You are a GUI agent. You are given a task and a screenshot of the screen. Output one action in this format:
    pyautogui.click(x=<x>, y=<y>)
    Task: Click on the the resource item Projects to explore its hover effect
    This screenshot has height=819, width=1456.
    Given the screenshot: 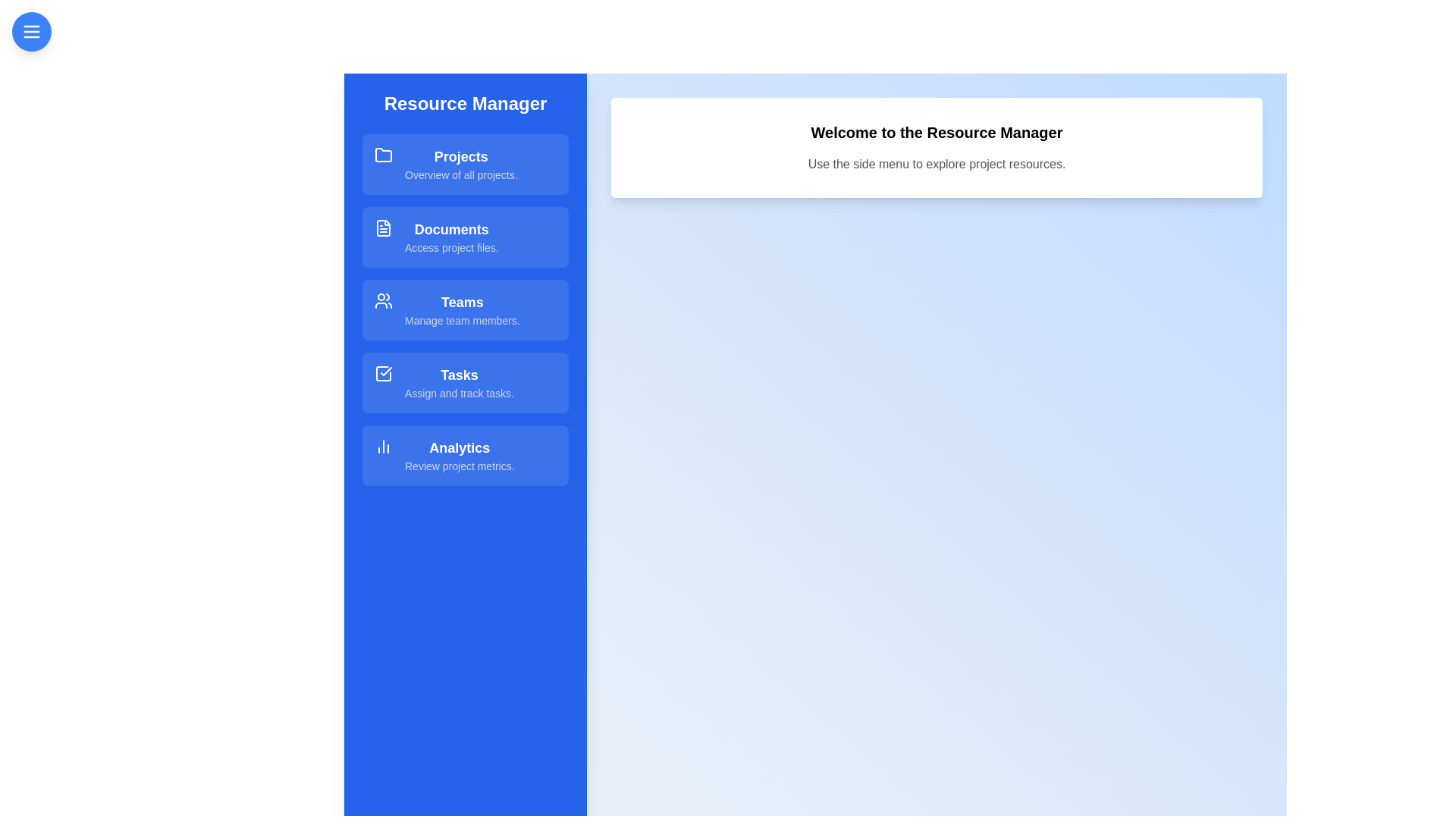 What is the action you would take?
    pyautogui.click(x=465, y=164)
    